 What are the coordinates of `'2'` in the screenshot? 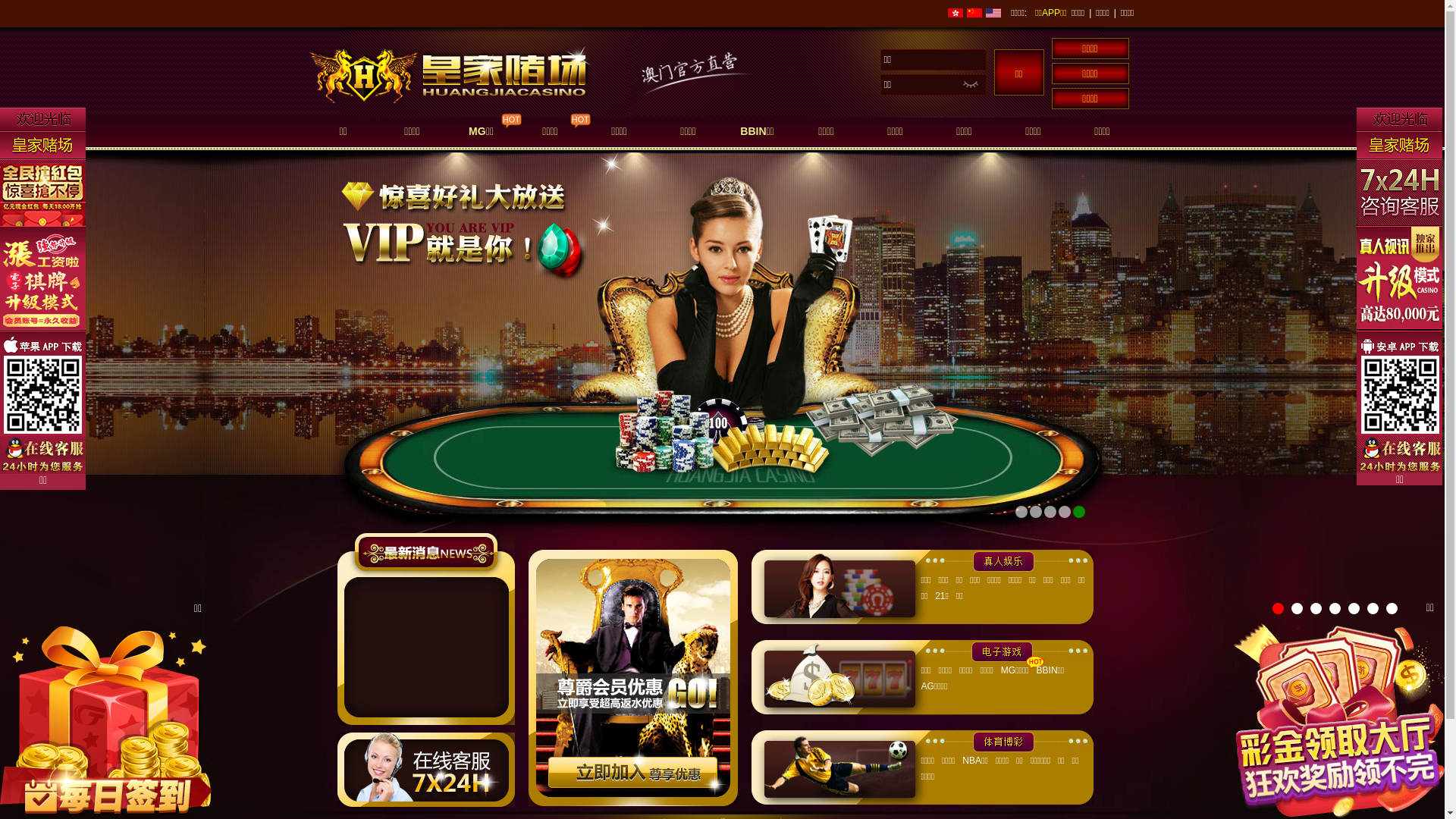 It's located at (1296, 607).